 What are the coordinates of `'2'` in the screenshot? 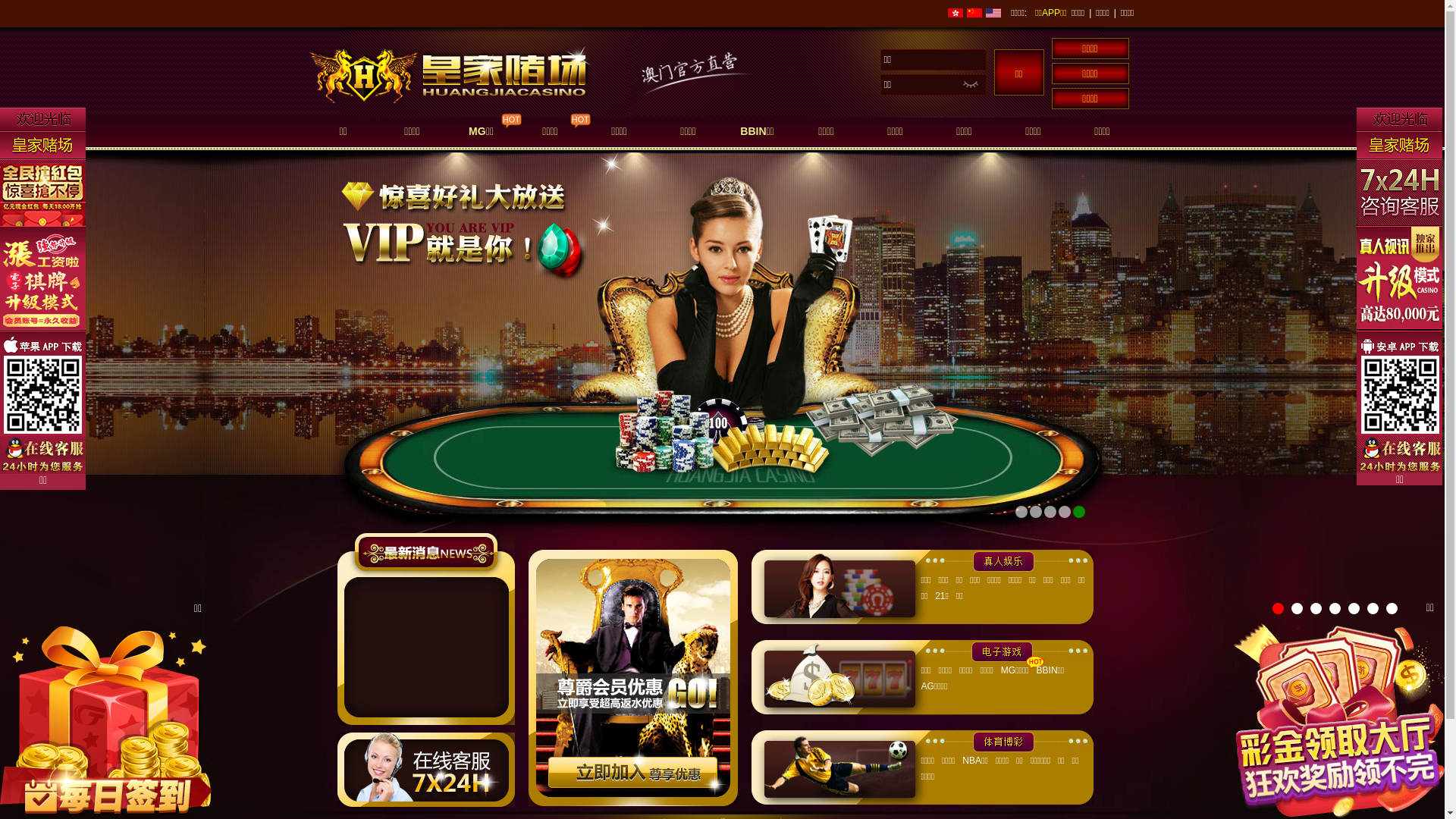 It's located at (1296, 607).